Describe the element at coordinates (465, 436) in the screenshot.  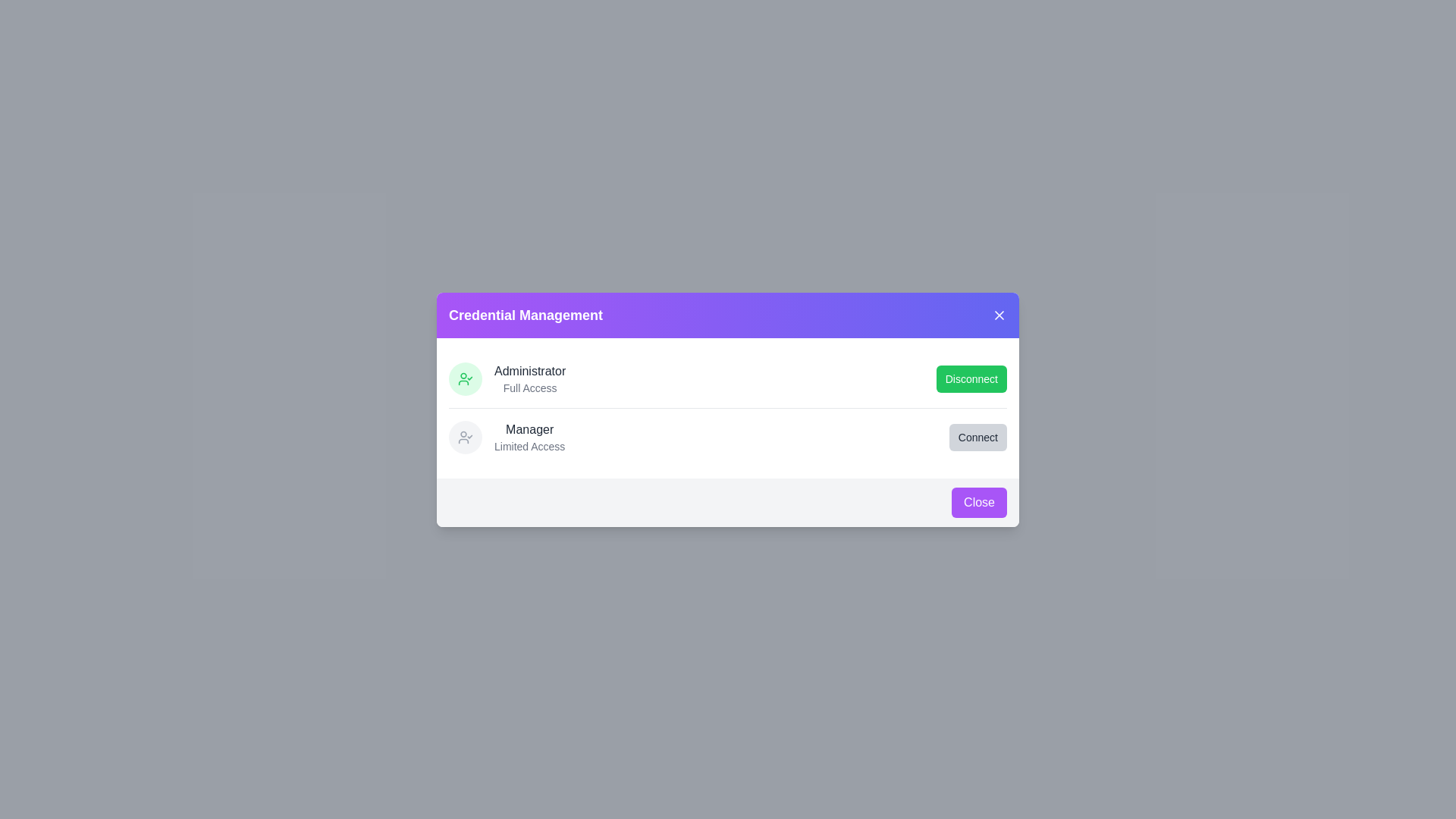
I see `the user profile icon with a checkmark in the upper section of the modal dialog, located near the left side, preceding the text 'Administrator' and 'Full Access'` at that location.